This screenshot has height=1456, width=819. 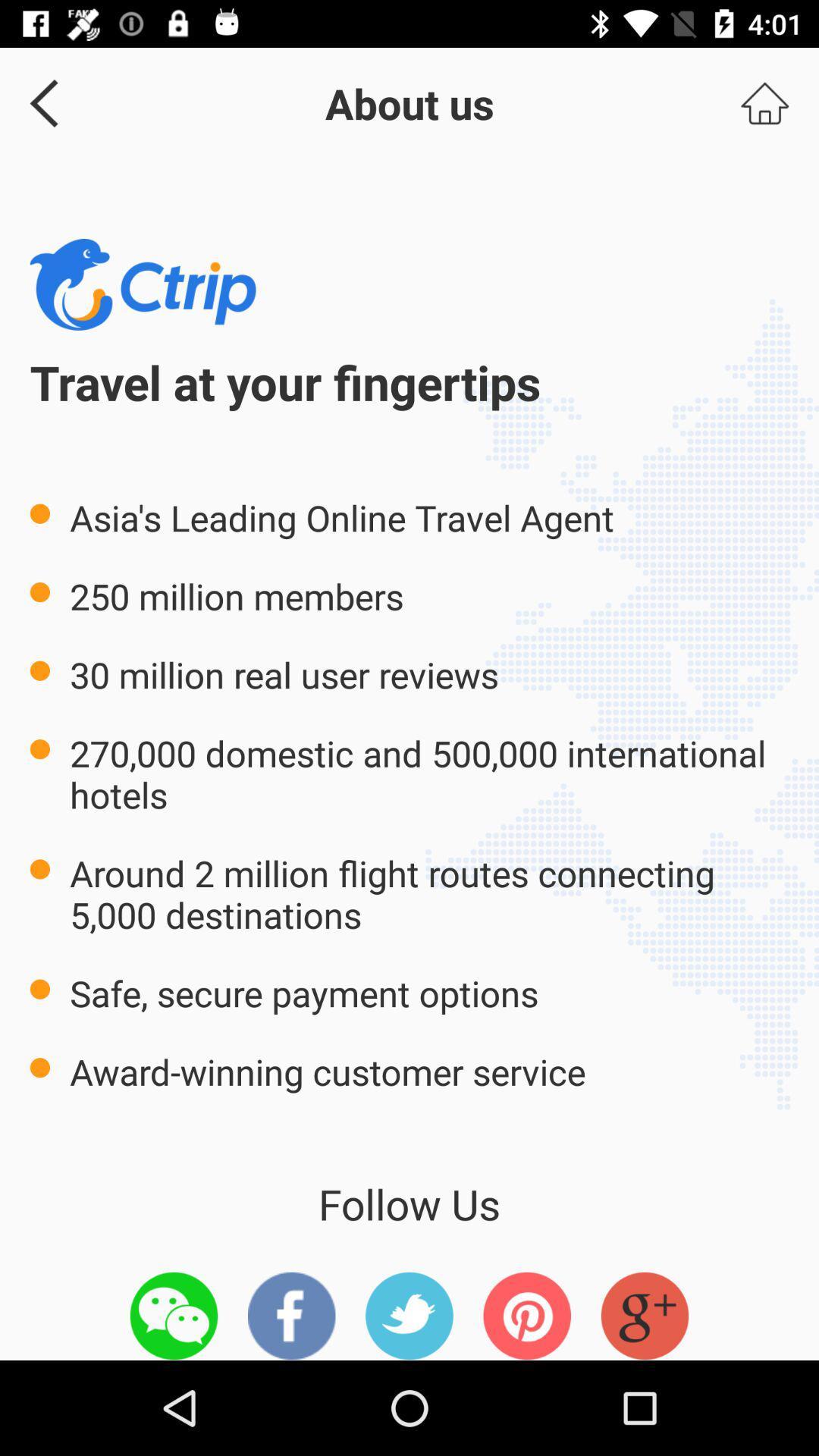 I want to click on open related twitter page, so click(x=409, y=1315).